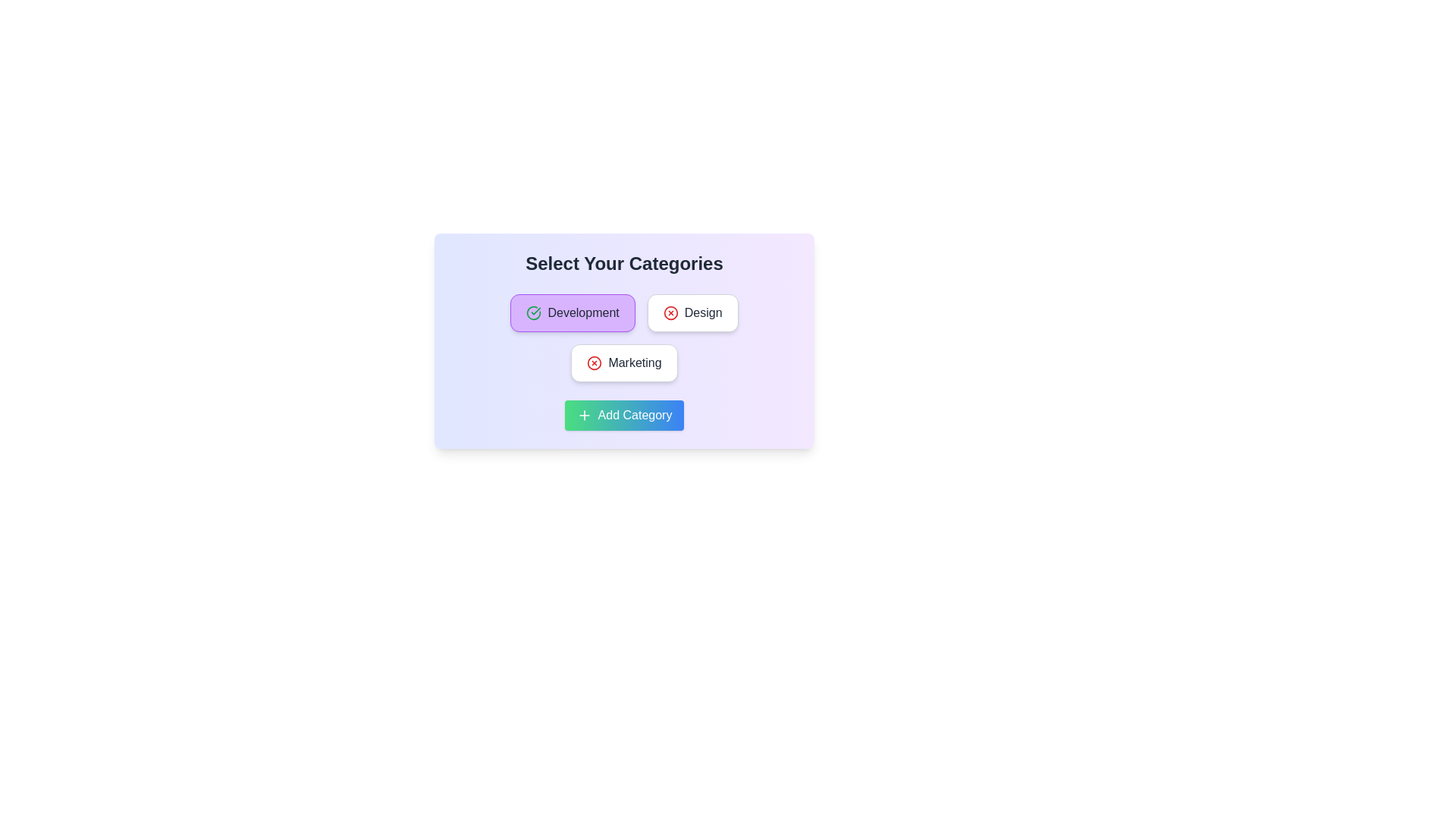  Describe the element at coordinates (692, 312) in the screenshot. I see `the chip labeled 'Design' by clicking on it` at that location.